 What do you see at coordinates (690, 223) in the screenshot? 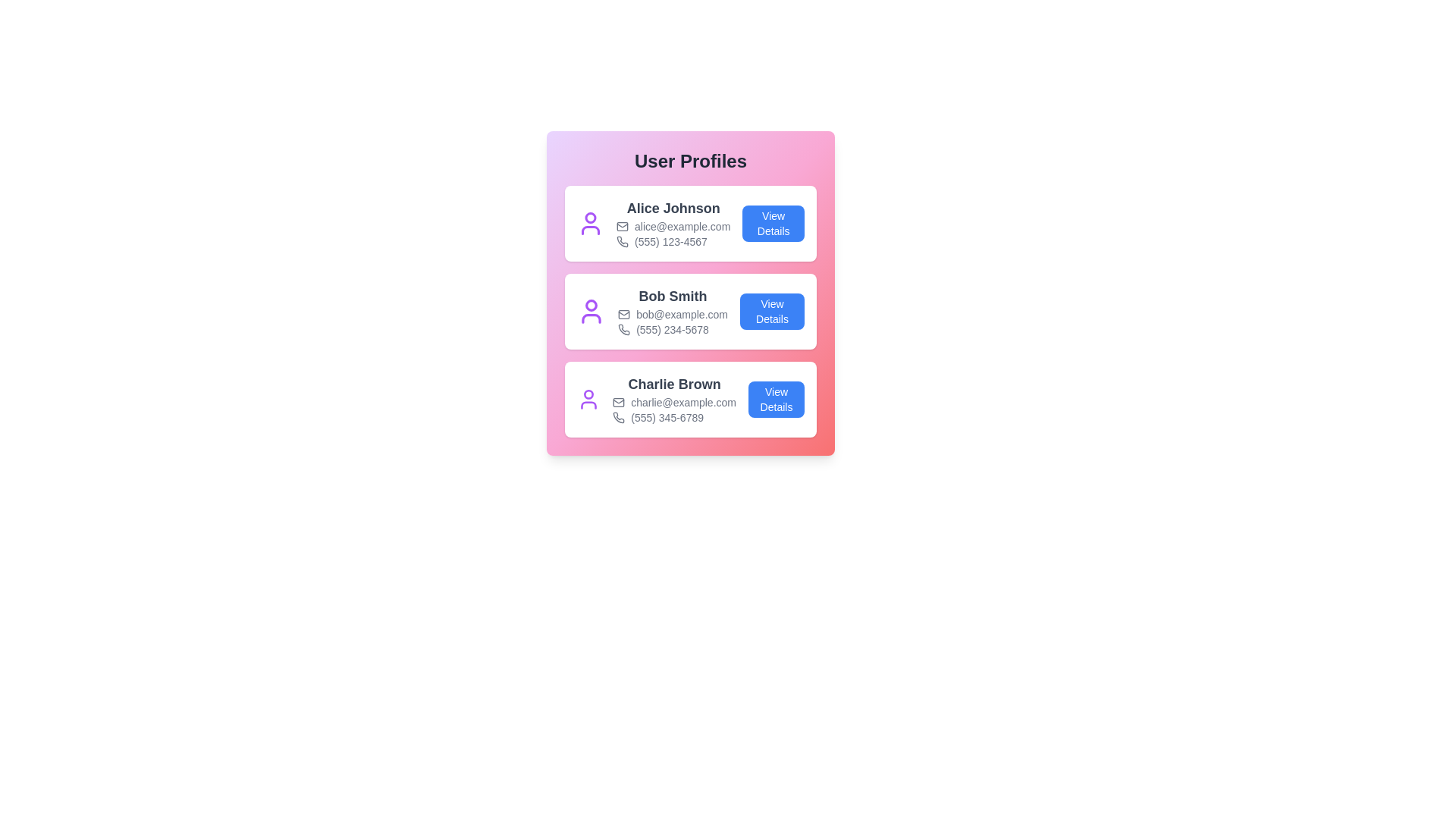
I see `the user profile card for Alice Johnson` at bounding box center [690, 223].